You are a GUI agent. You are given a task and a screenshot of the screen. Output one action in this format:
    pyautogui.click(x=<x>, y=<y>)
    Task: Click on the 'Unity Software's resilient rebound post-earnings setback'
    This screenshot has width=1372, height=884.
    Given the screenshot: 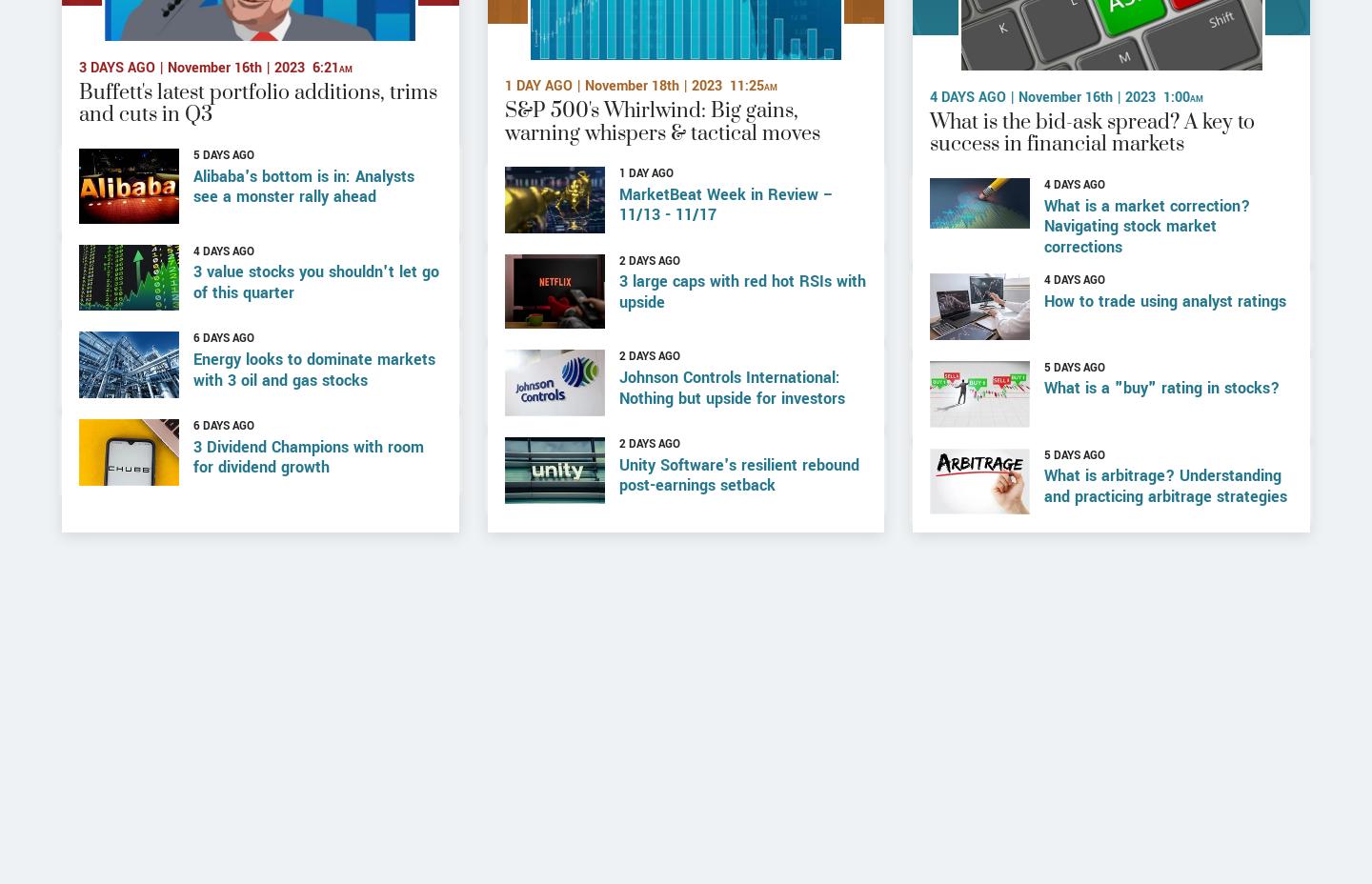 What is the action you would take?
    pyautogui.click(x=737, y=535)
    